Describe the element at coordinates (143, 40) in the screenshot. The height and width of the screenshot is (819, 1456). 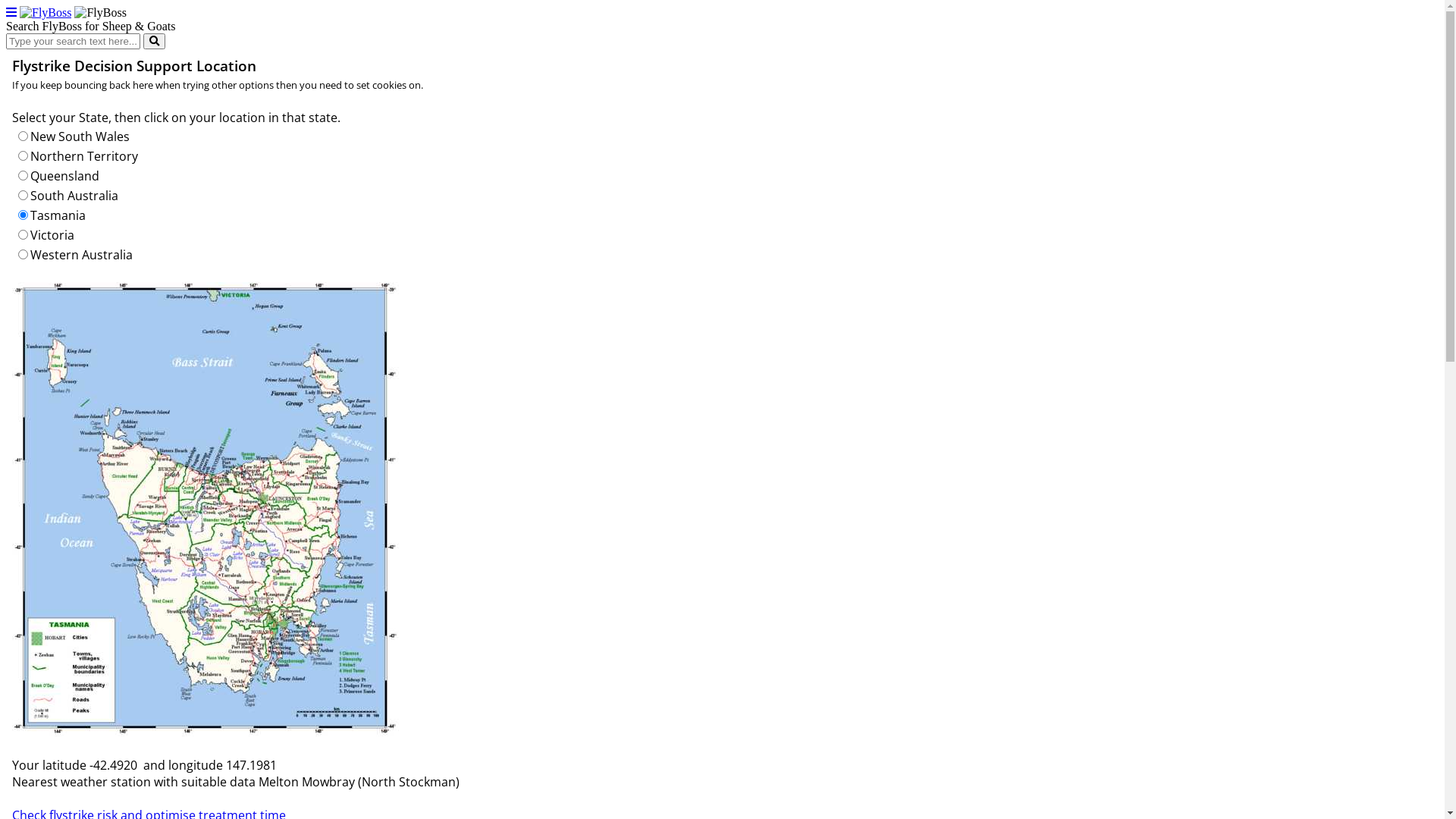
I see `'search'` at that location.